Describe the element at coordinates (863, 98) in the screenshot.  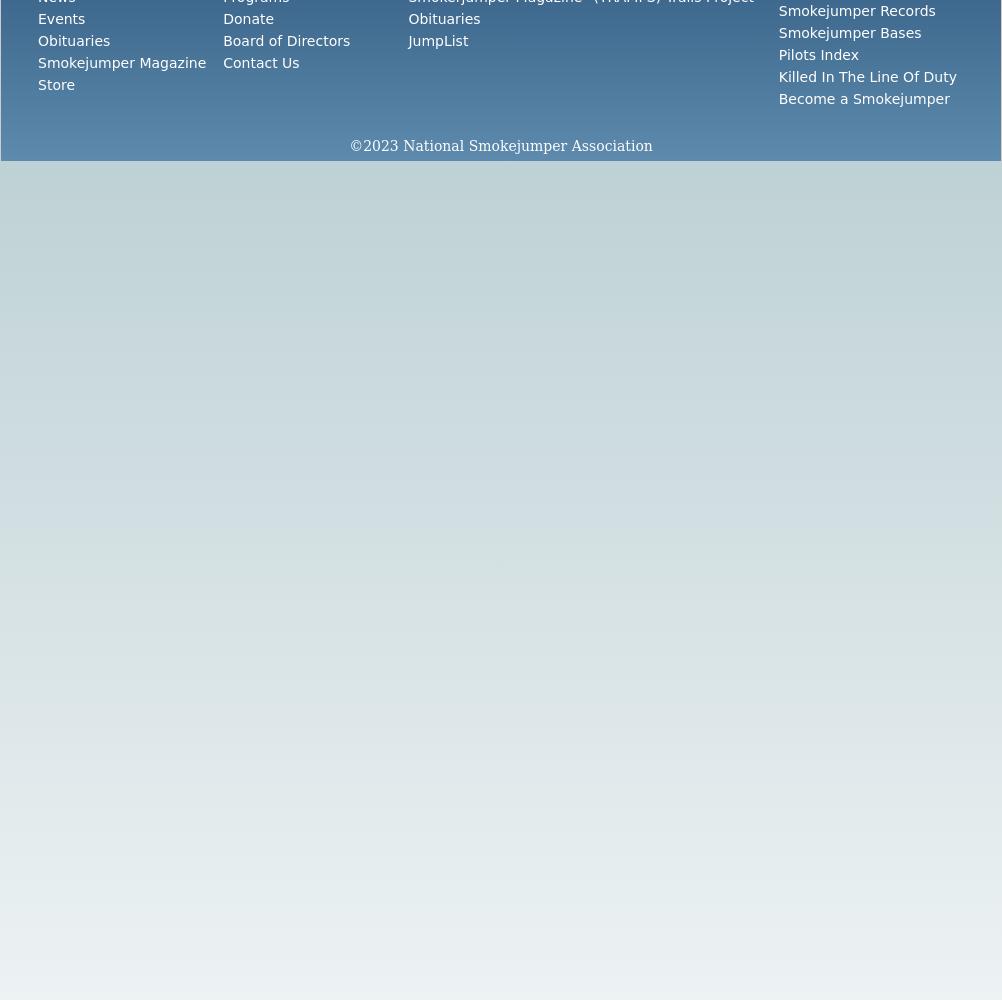
I see `'Become a Smokejumper'` at that location.